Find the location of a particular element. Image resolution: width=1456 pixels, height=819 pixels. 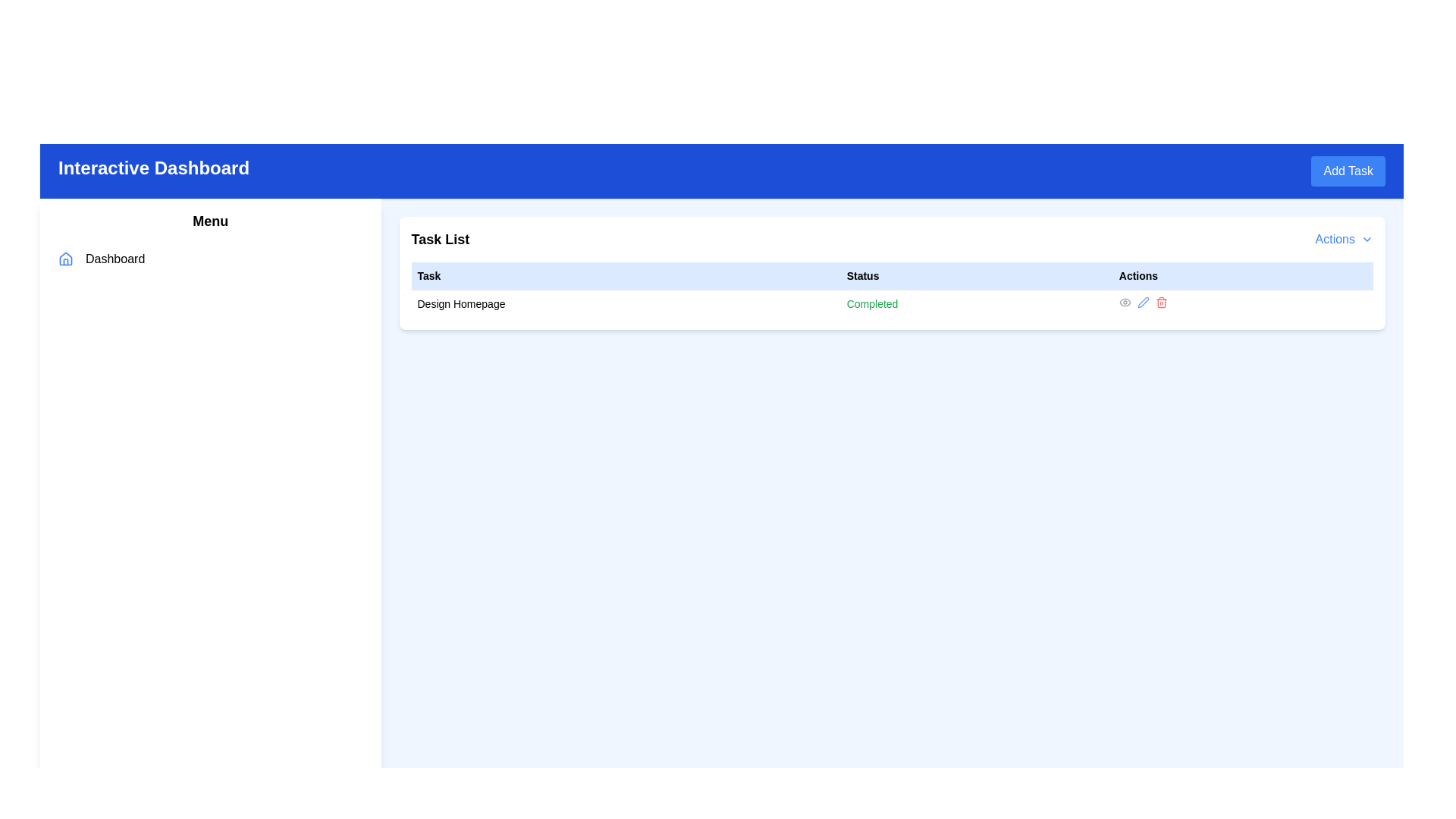

the Static Text that serves as the title for the sidebar menu, which is positioned above the options like 'Dashboard' is located at coordinates (209, 221).